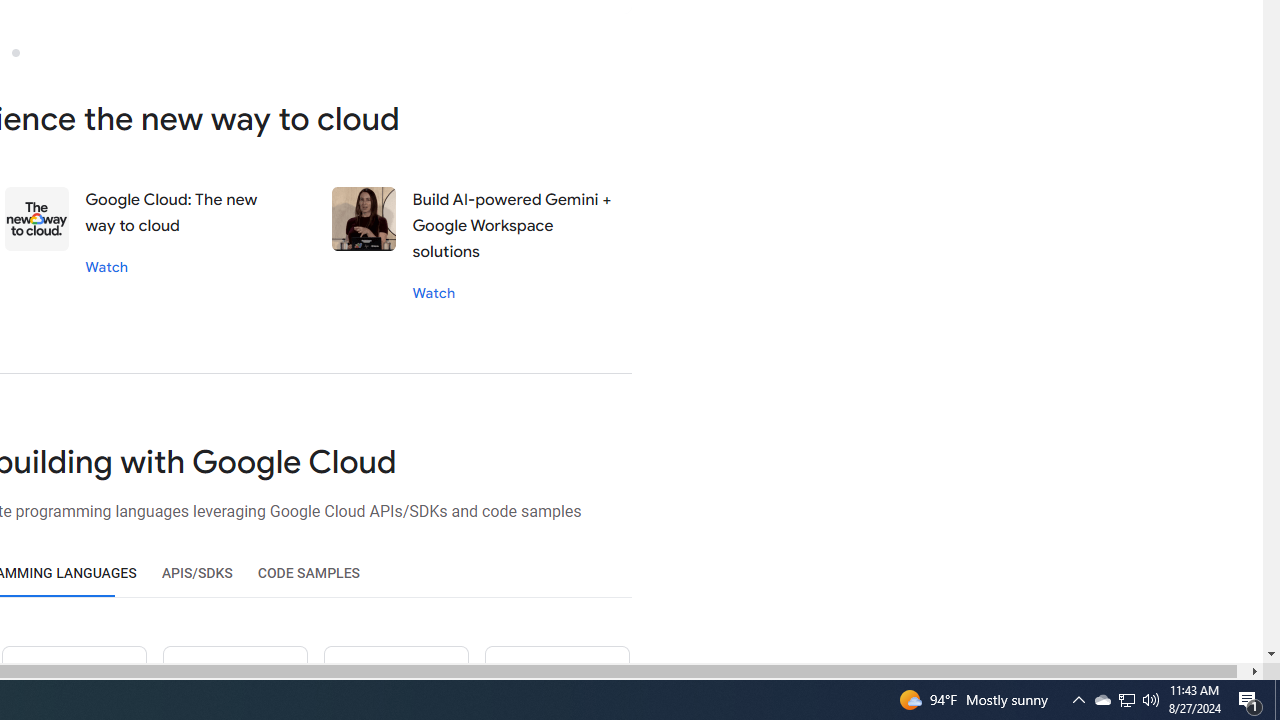 The image size is (1280, 720). Describe the element at coordinates (364, 219) in the screenshot. I see `'Stephanie wong'` at that location.